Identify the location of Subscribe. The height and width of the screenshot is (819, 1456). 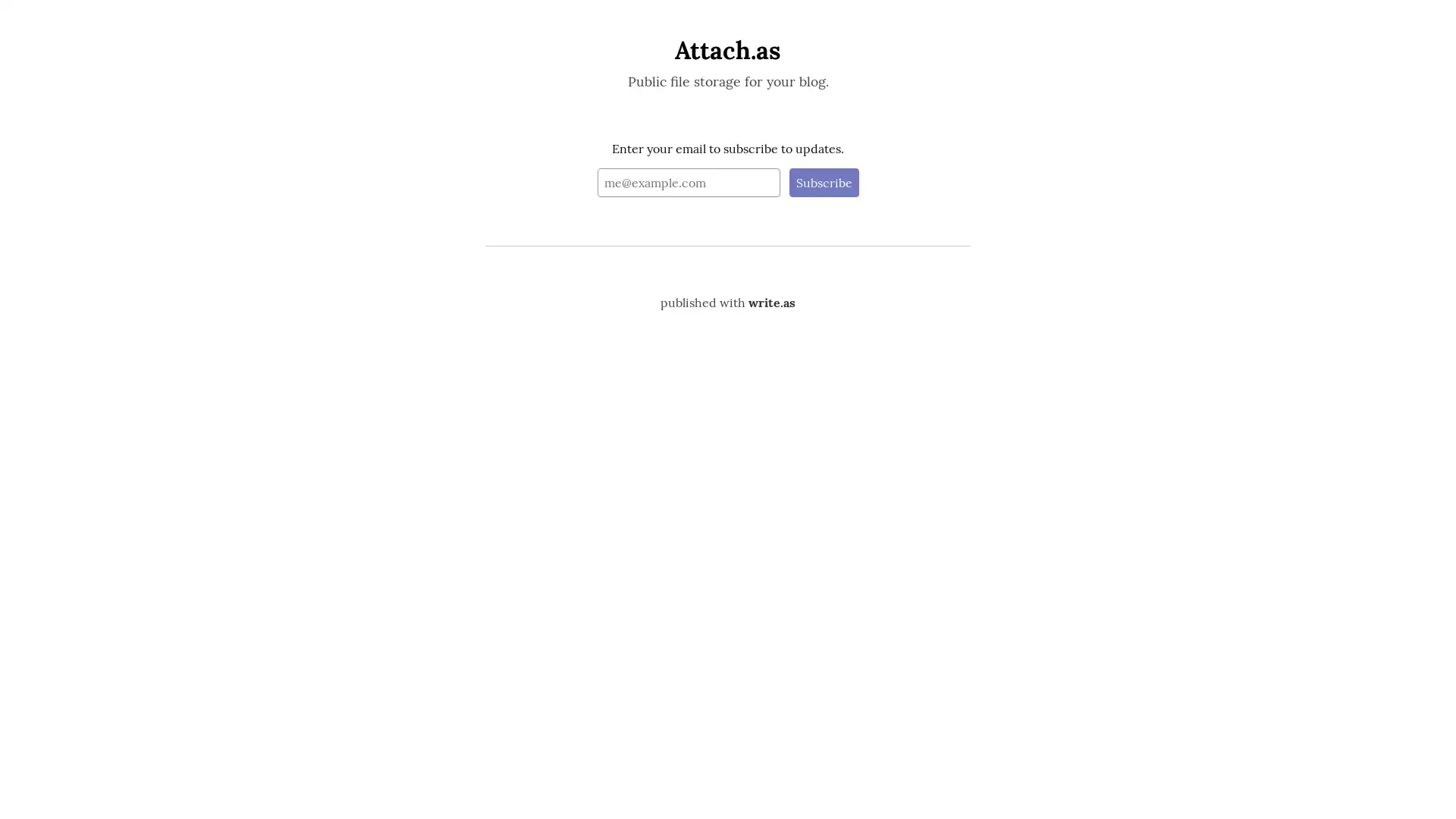
(822, 180).